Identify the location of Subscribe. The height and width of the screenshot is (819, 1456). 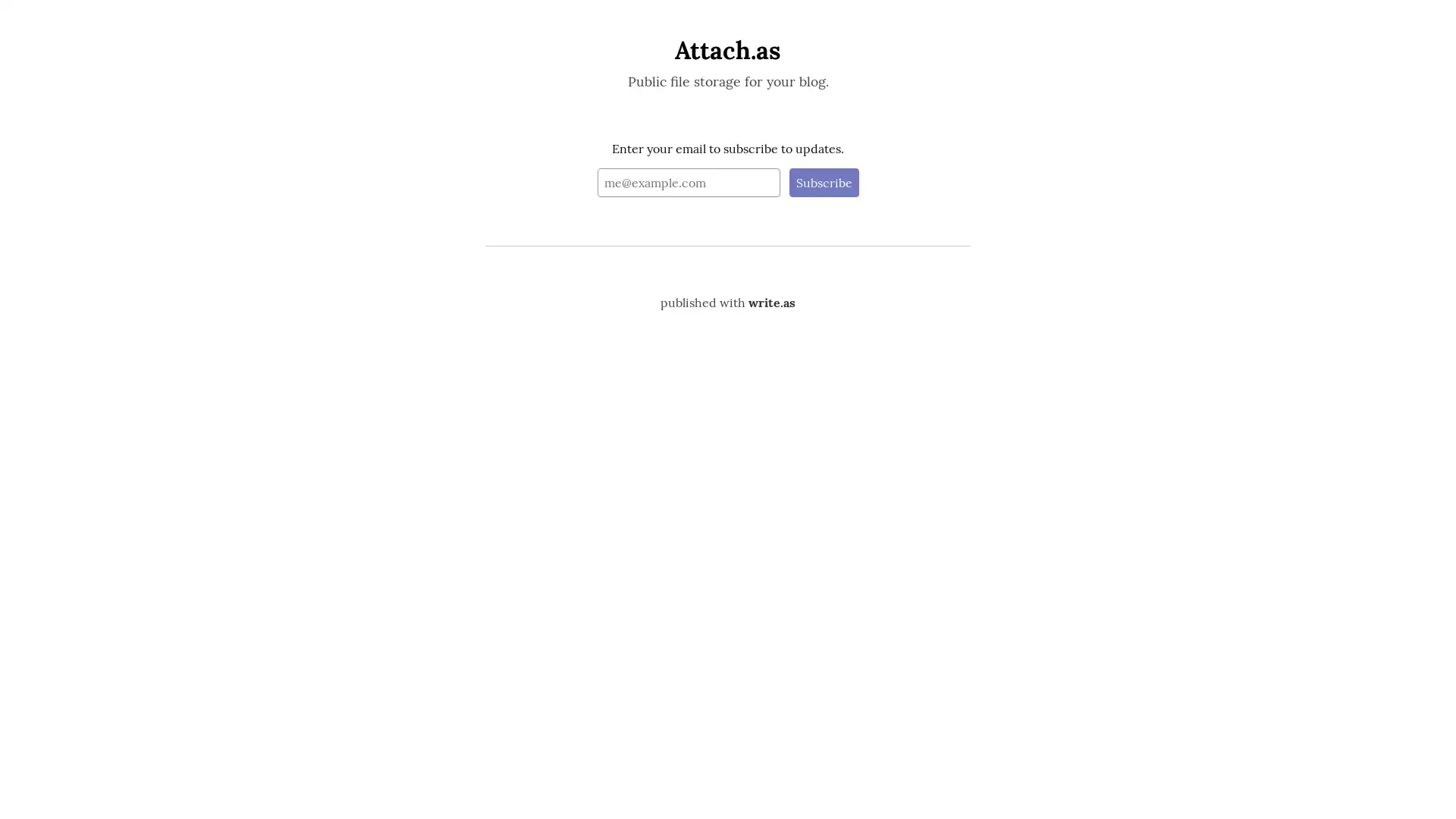
(822, 180).